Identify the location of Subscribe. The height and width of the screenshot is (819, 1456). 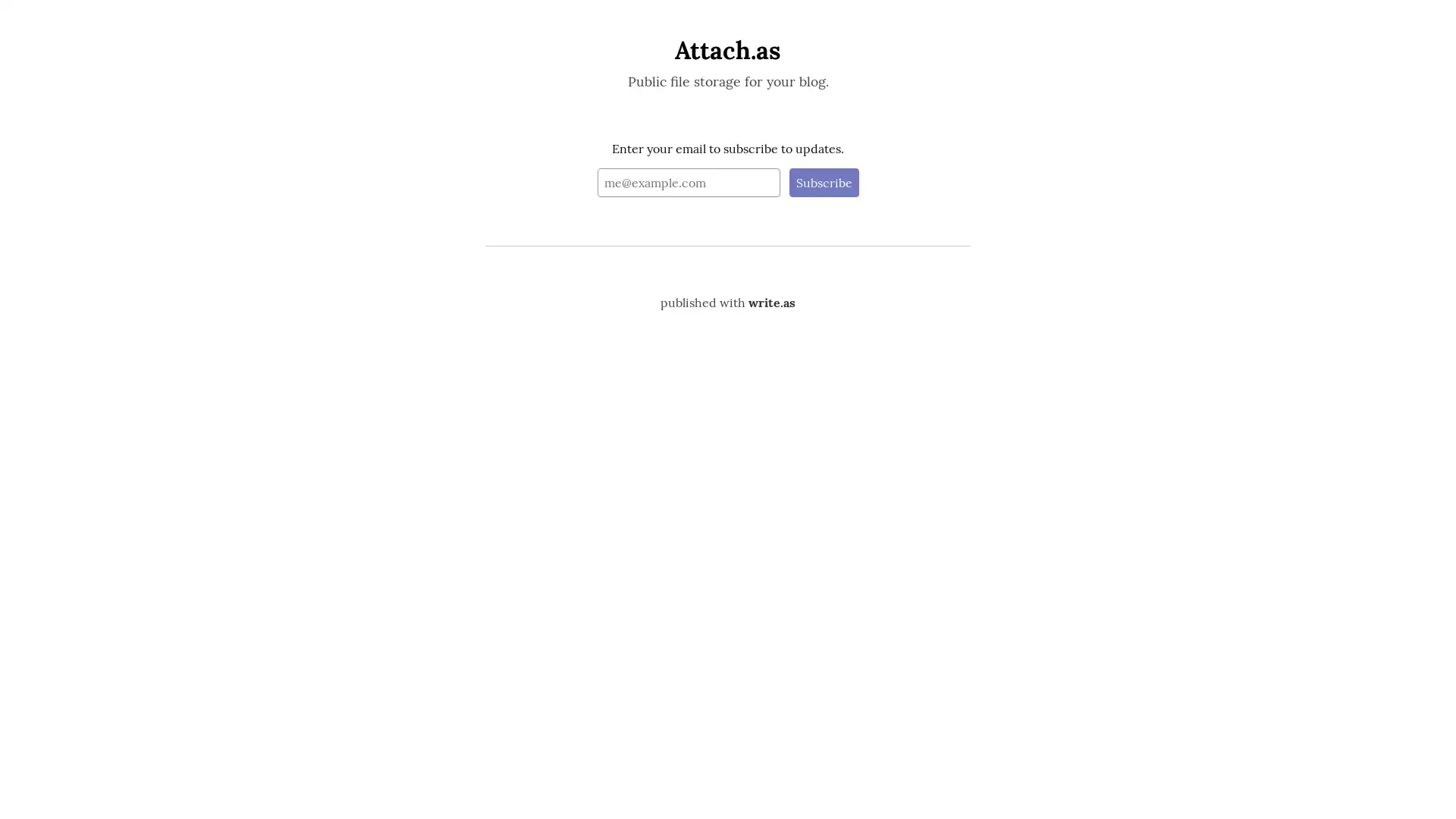
(822, 180).